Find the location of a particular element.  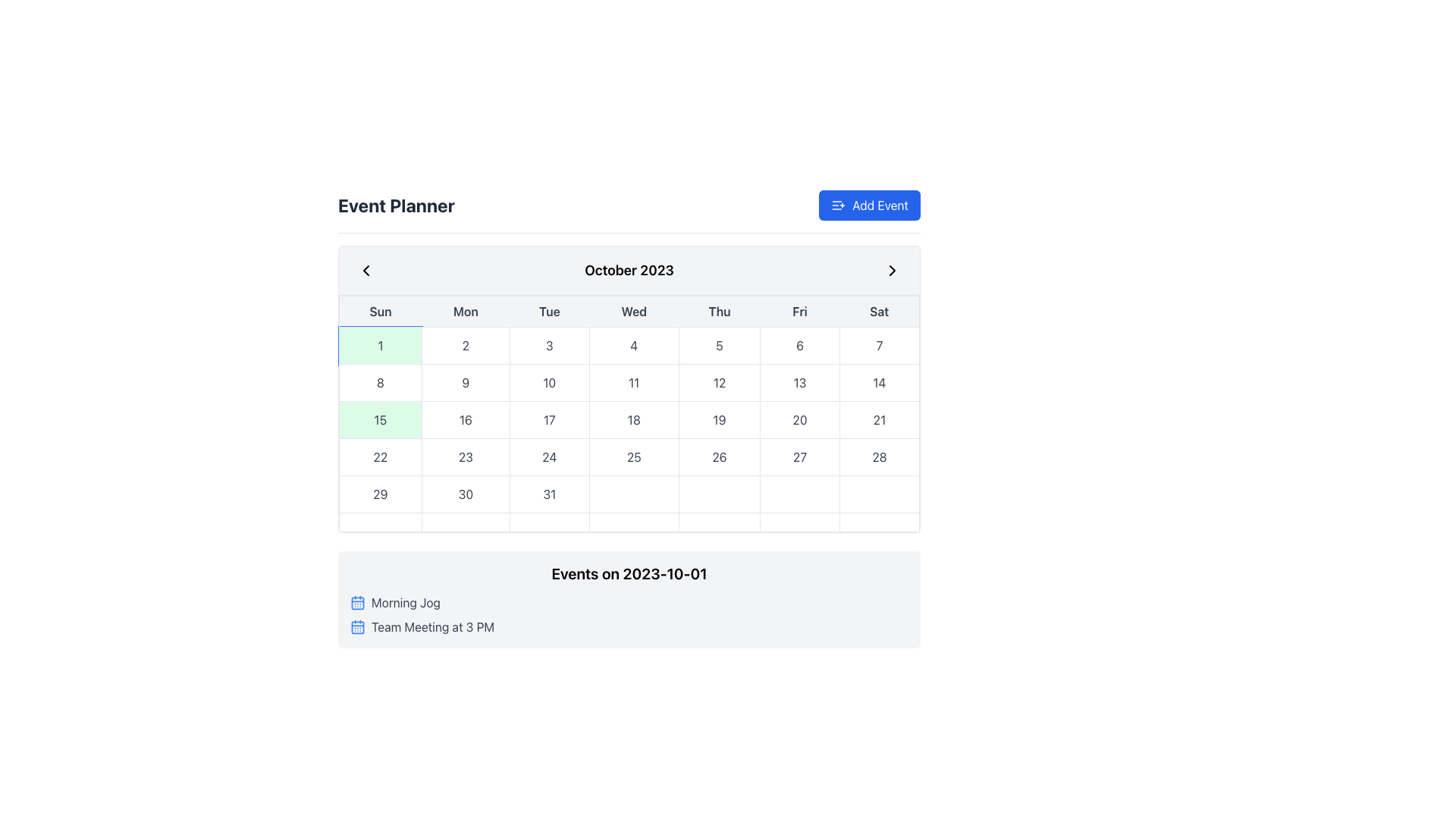

the interactive calendar day cell representing the 21st day of the month is located at coordinates (879, 420).